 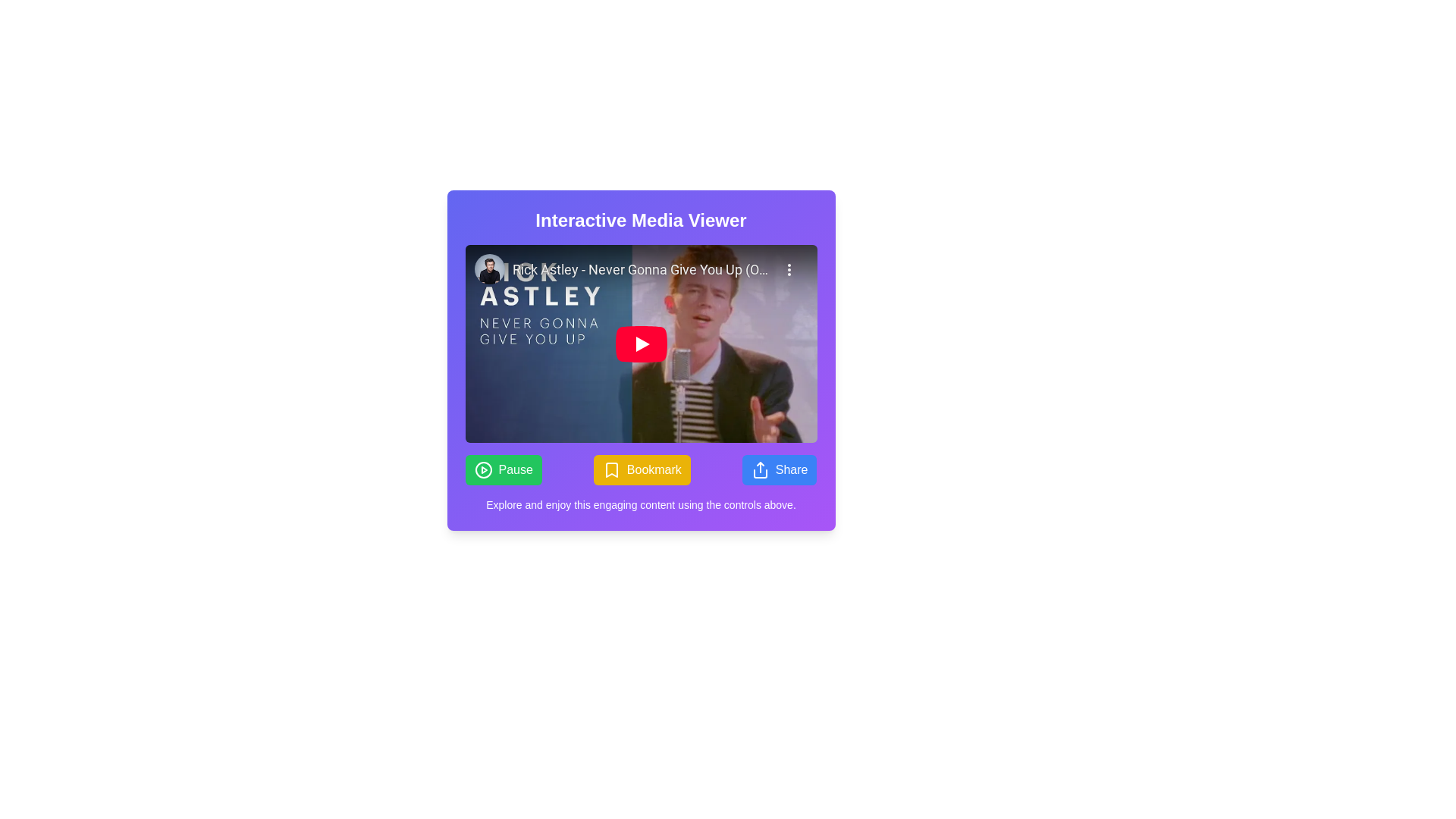 What do you see at coordinates (760, 469) in the screenshot?
I see `the share arrow SVG icon located to the left of the 'Share' text within the blue rounded button at the bottom-right corner of the card` at bounding box center [760, 469].